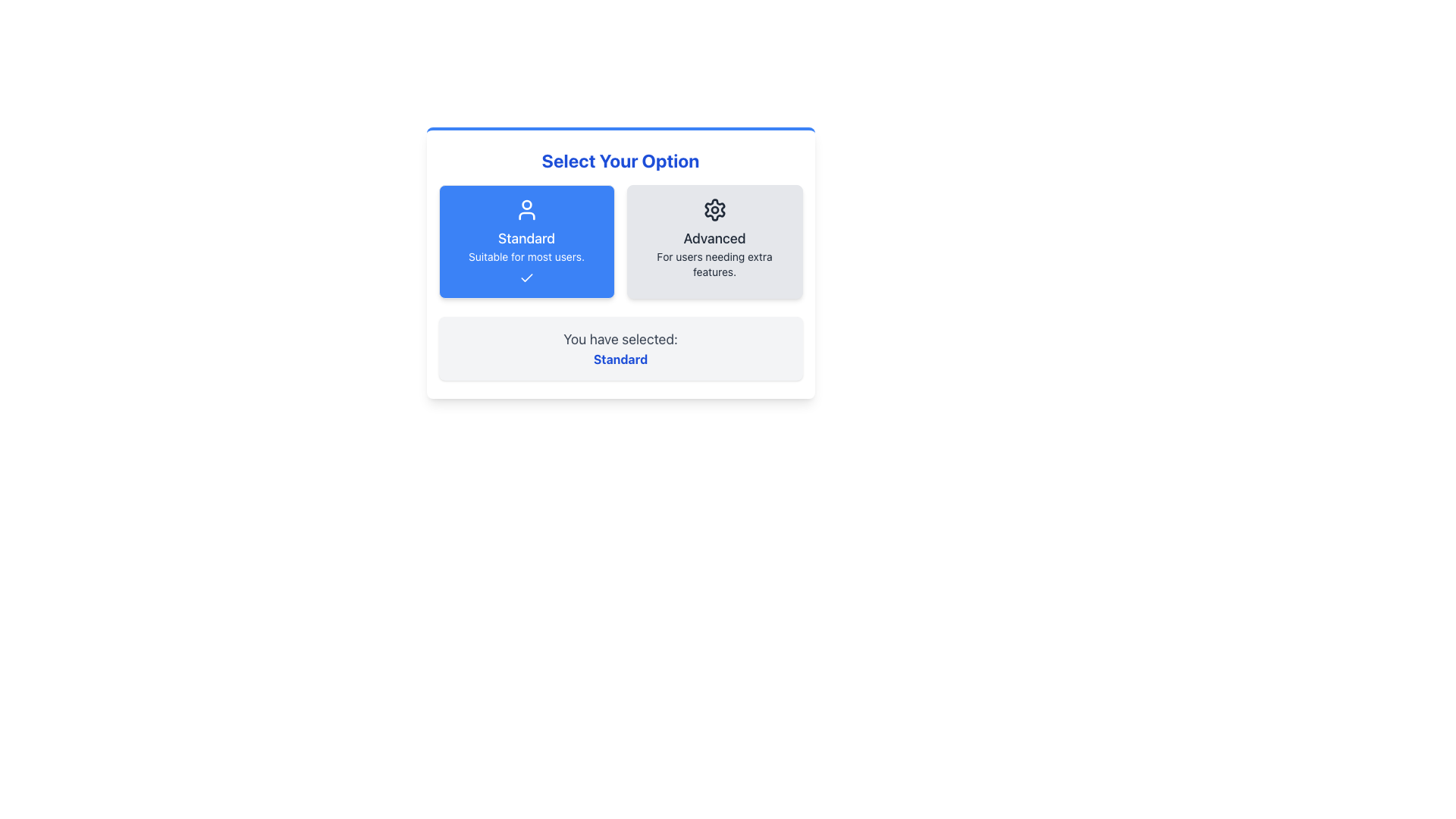 The height and width of the screenshot is (819, 1456). I want to click on the text element that reads 'For users needing extra features.' which is styled in muted gray and located below the 'Advanced' header inside the Advanced option card, so click(714, 263).